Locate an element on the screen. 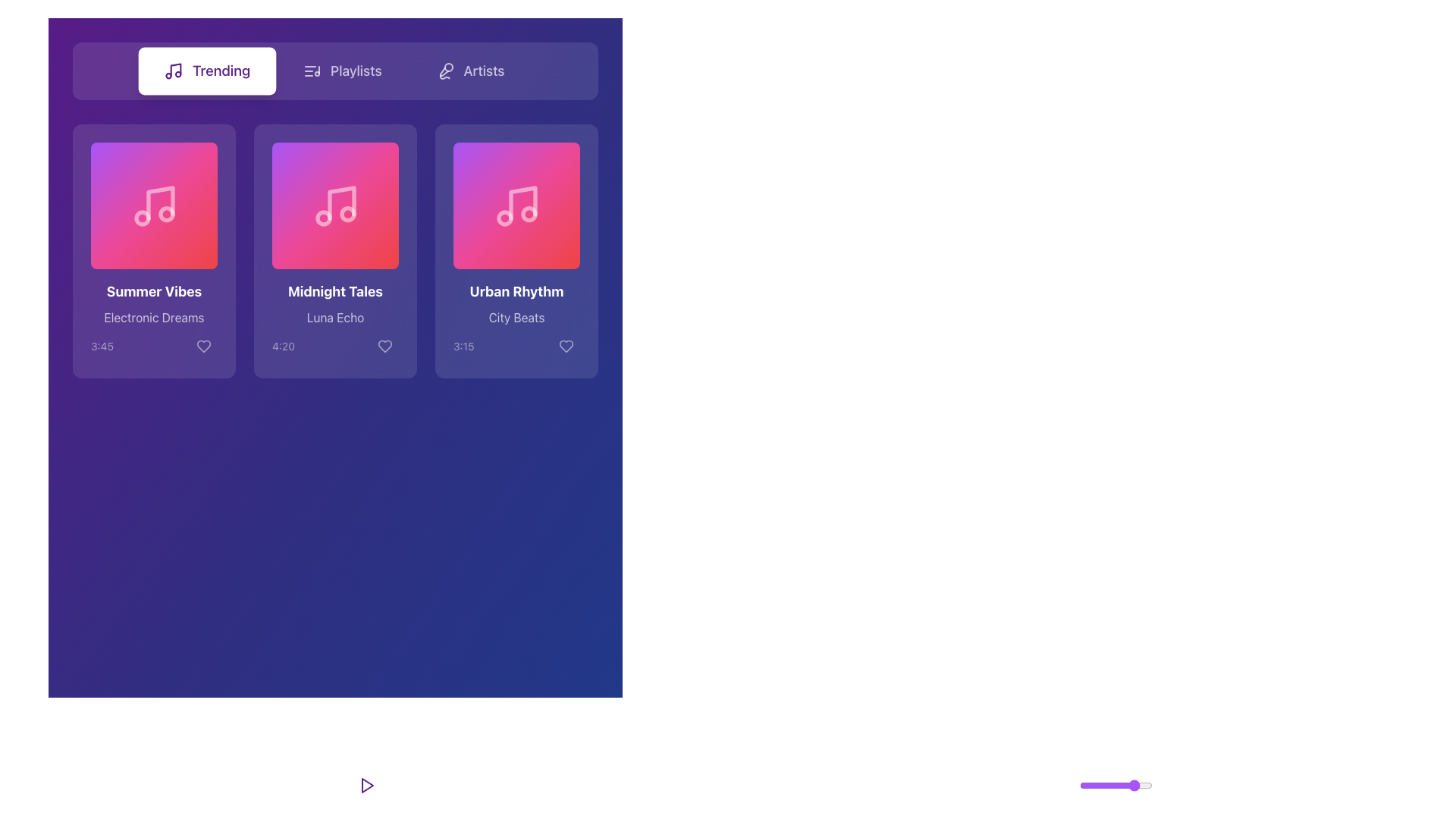 Image resolution: width=1456 pixels, height=819 pixels. the audio track card located as the third item is located at coordinates (516, 250).